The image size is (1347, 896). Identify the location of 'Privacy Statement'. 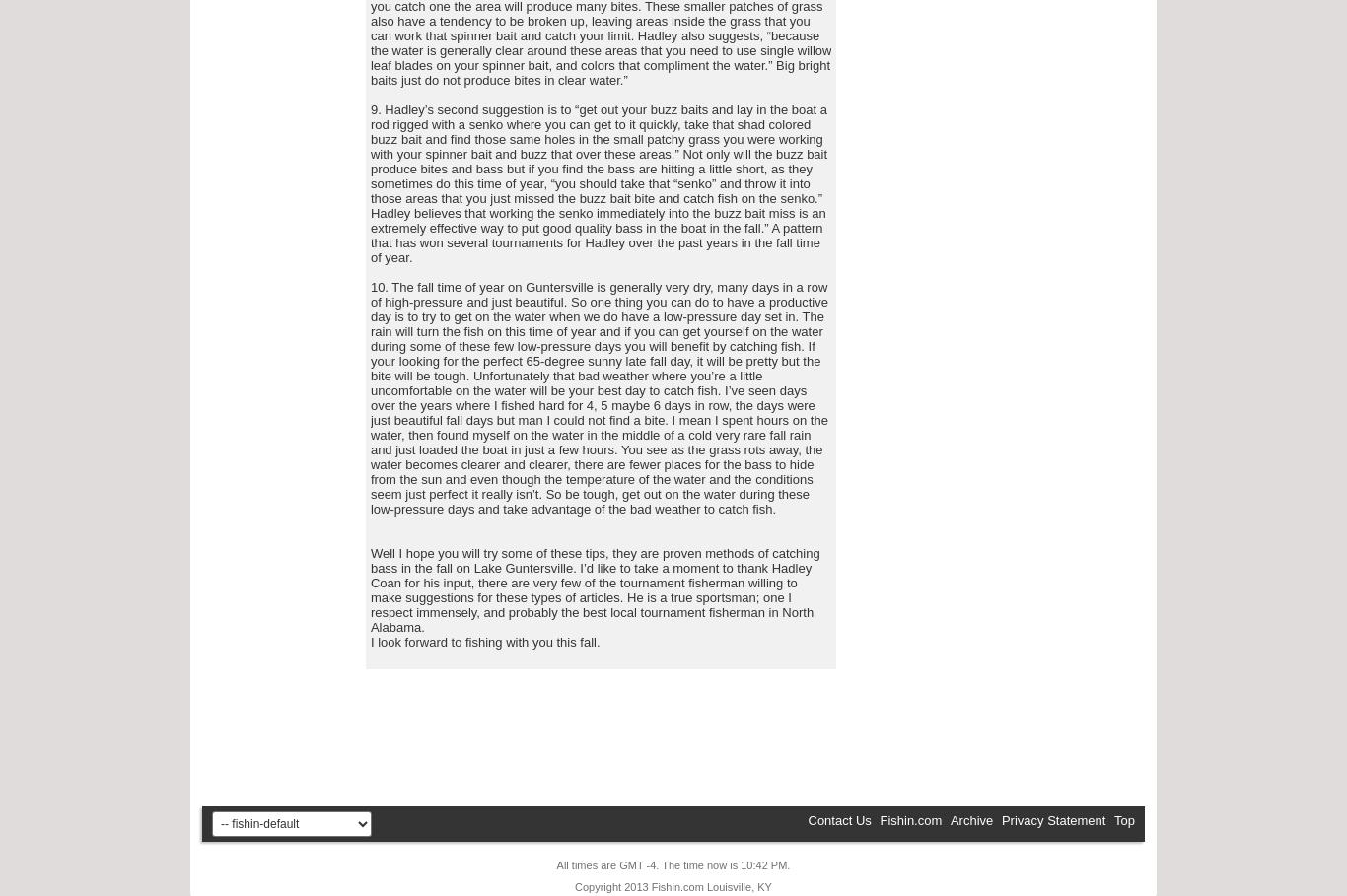
(1000, 820).